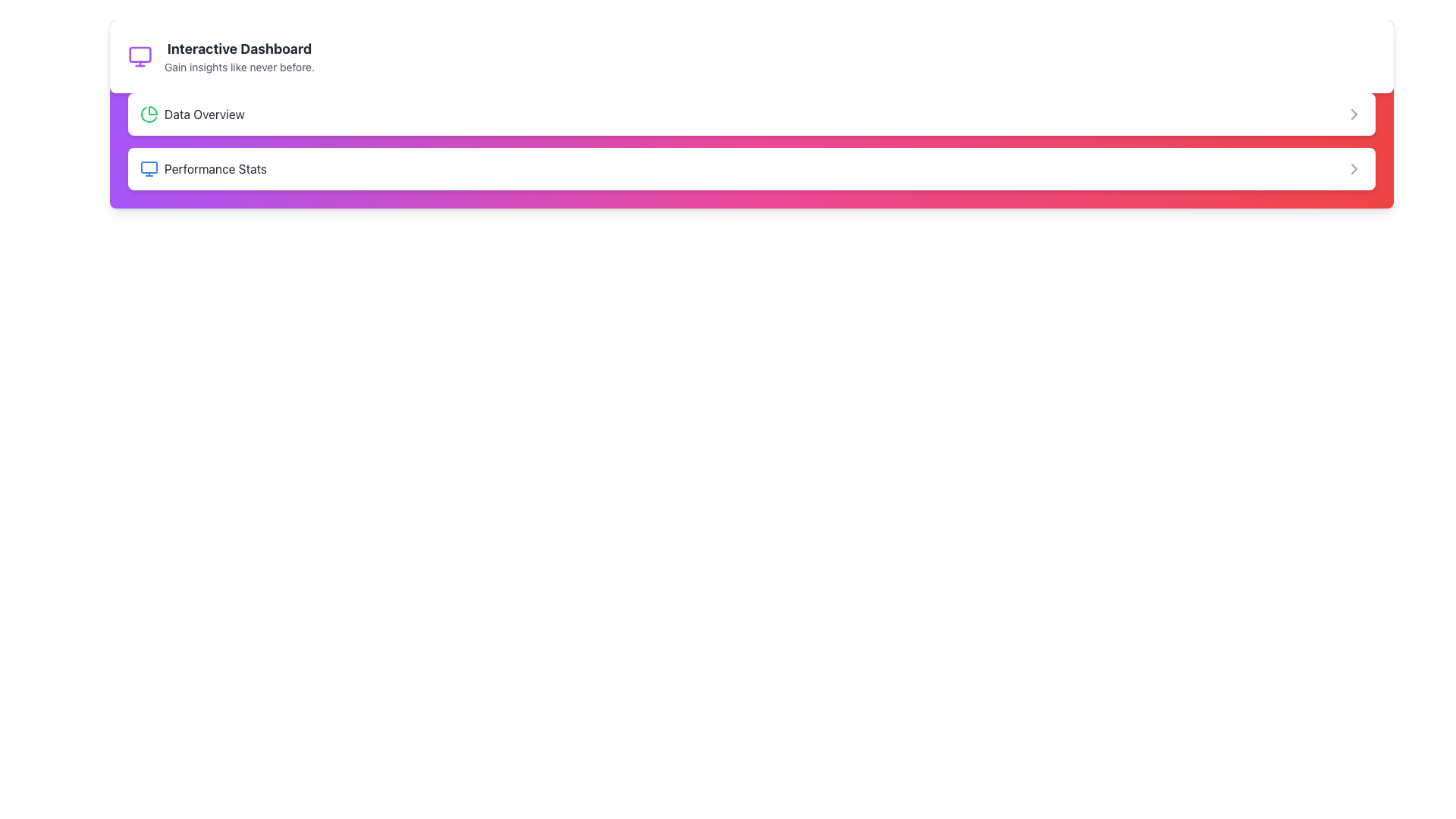 The image size is (1456, 819). Describe the element at coordinates (191, 113) in the screenshot. I see `the 'Data Overview' menu item, which serves as a section header providing access to data summaries` at that location.